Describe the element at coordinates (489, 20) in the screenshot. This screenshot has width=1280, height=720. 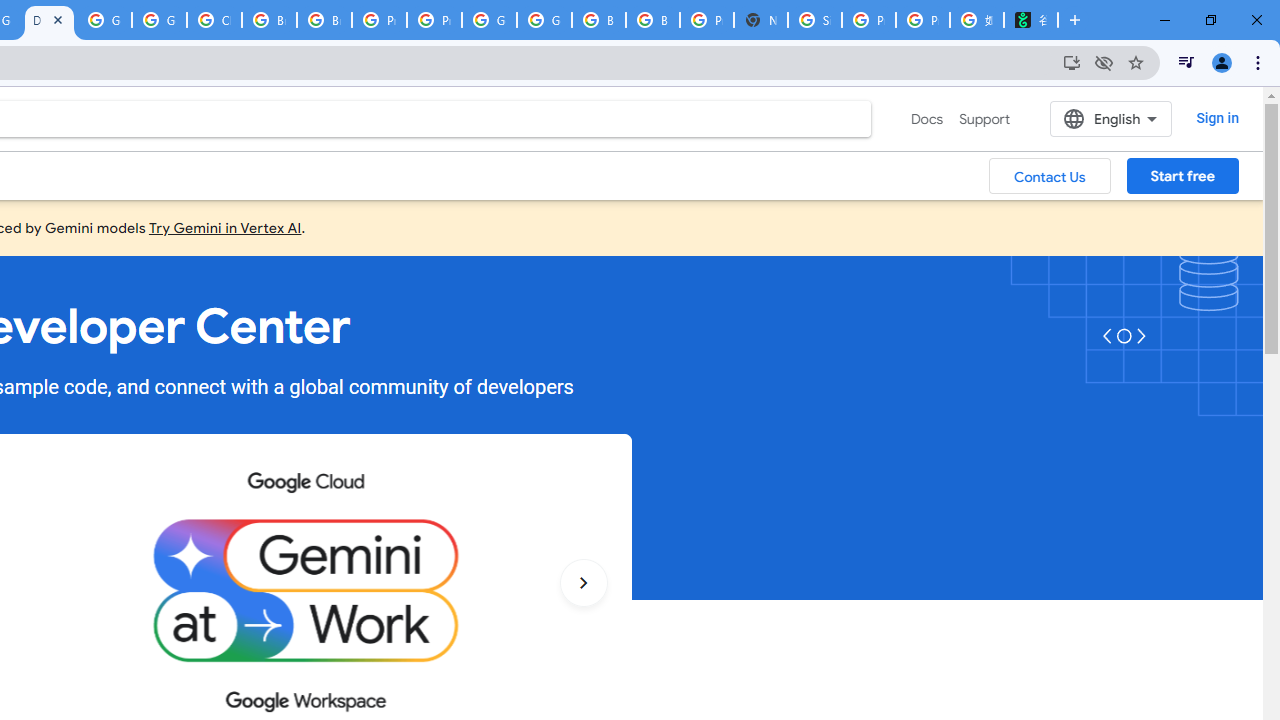
I see `'Google Cloud Platform'` at that location.